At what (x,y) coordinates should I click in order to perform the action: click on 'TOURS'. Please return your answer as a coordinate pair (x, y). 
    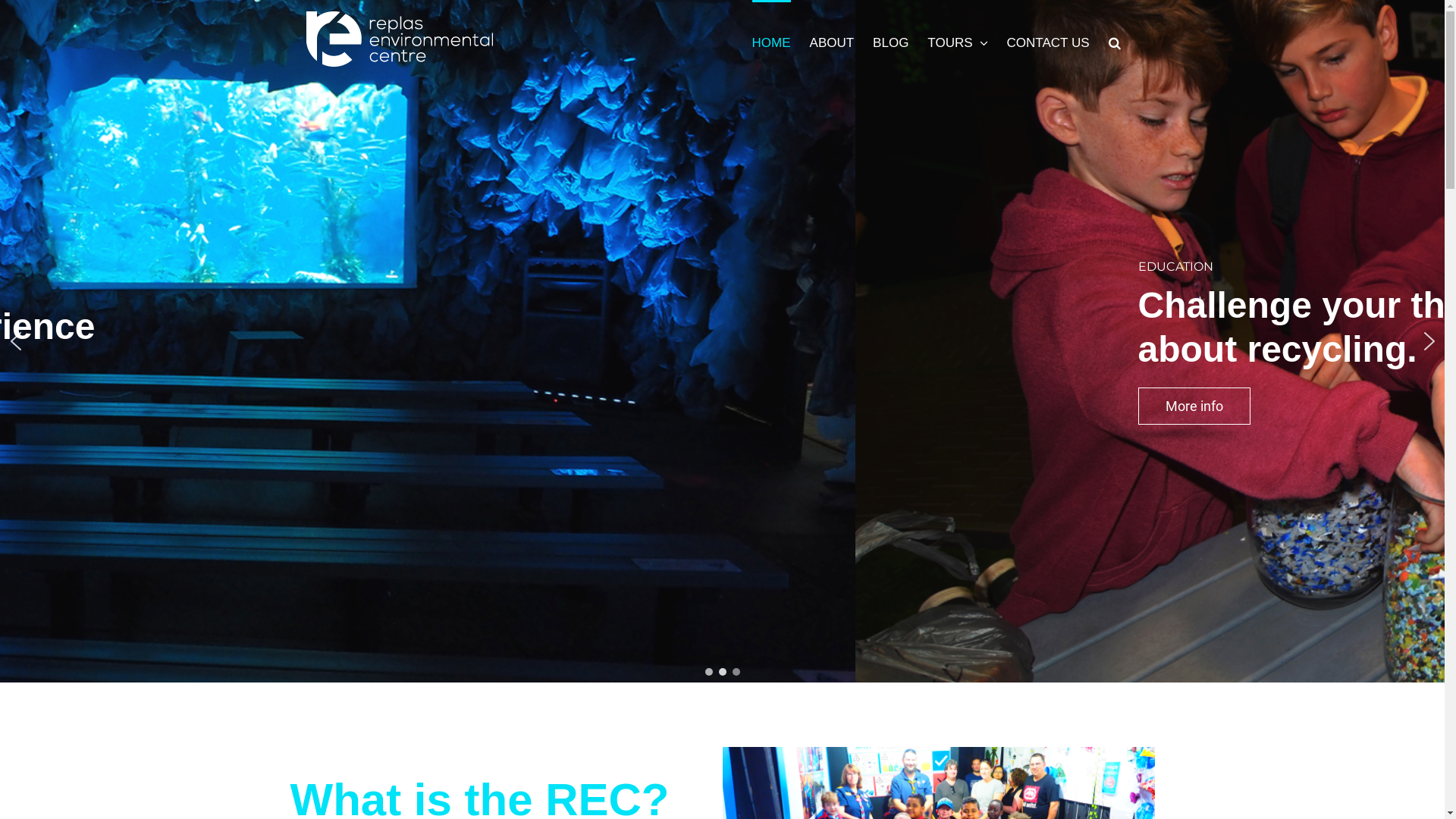
    Looking at the image, I should click on (956, 40).